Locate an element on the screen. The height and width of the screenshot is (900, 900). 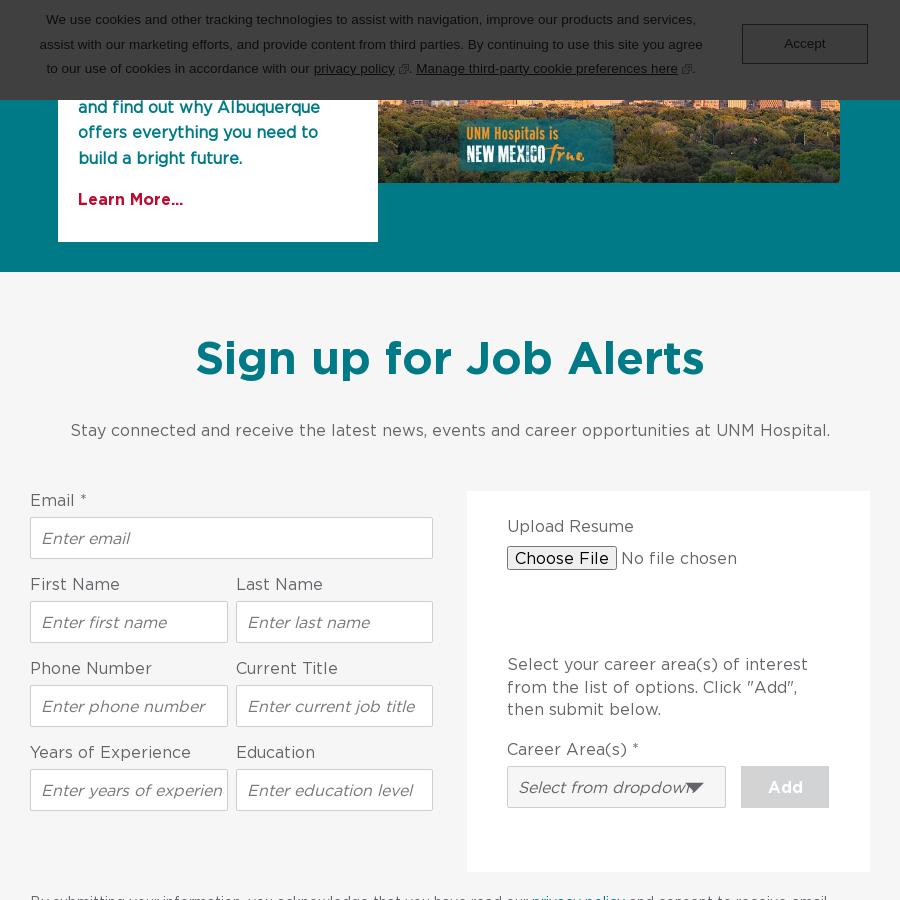
'Career Area(s)' is located at coordinates (566, 747).